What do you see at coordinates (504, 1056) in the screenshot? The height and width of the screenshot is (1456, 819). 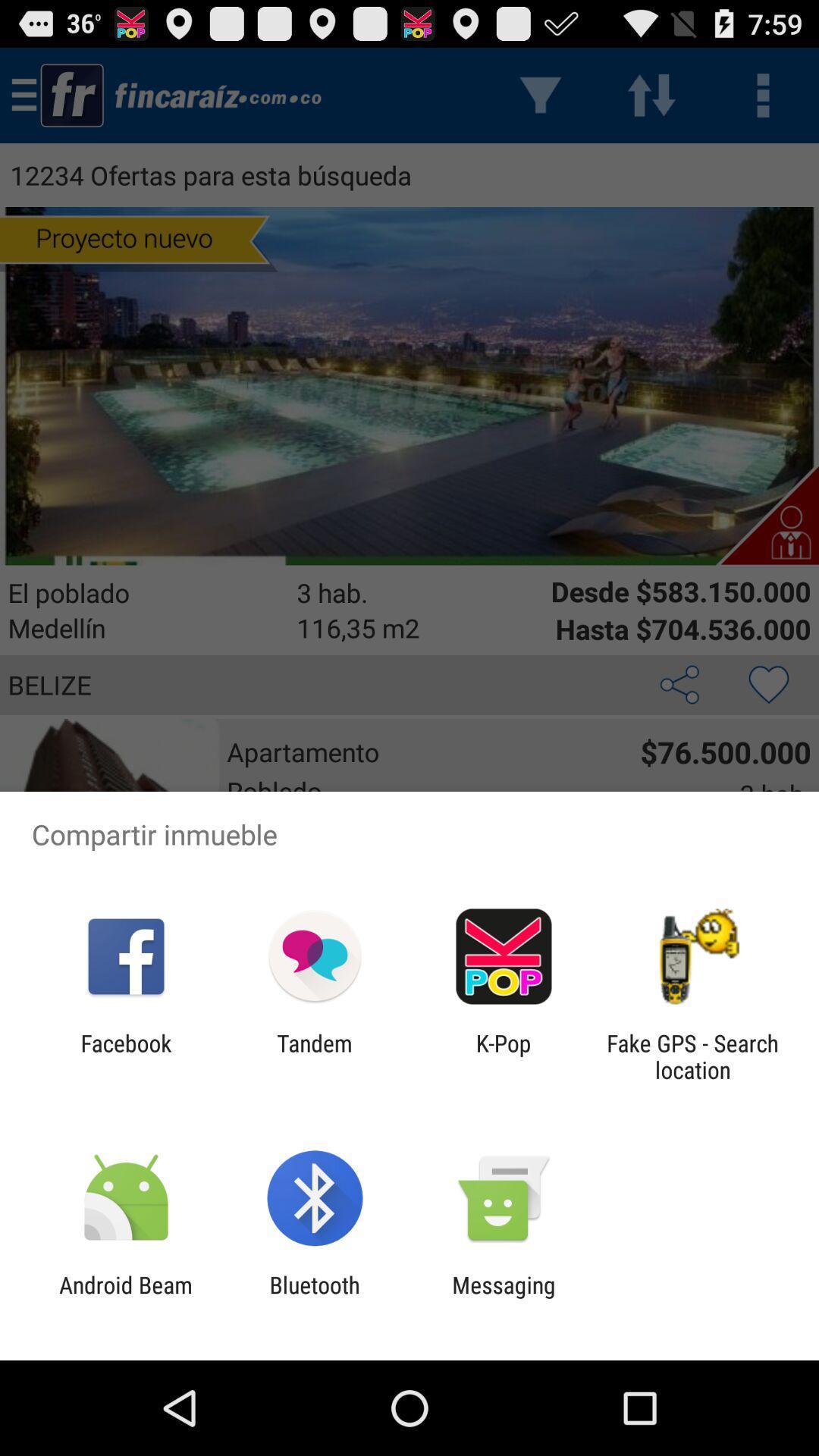 I see `the k-pop` at bounding box center [504, 1056].